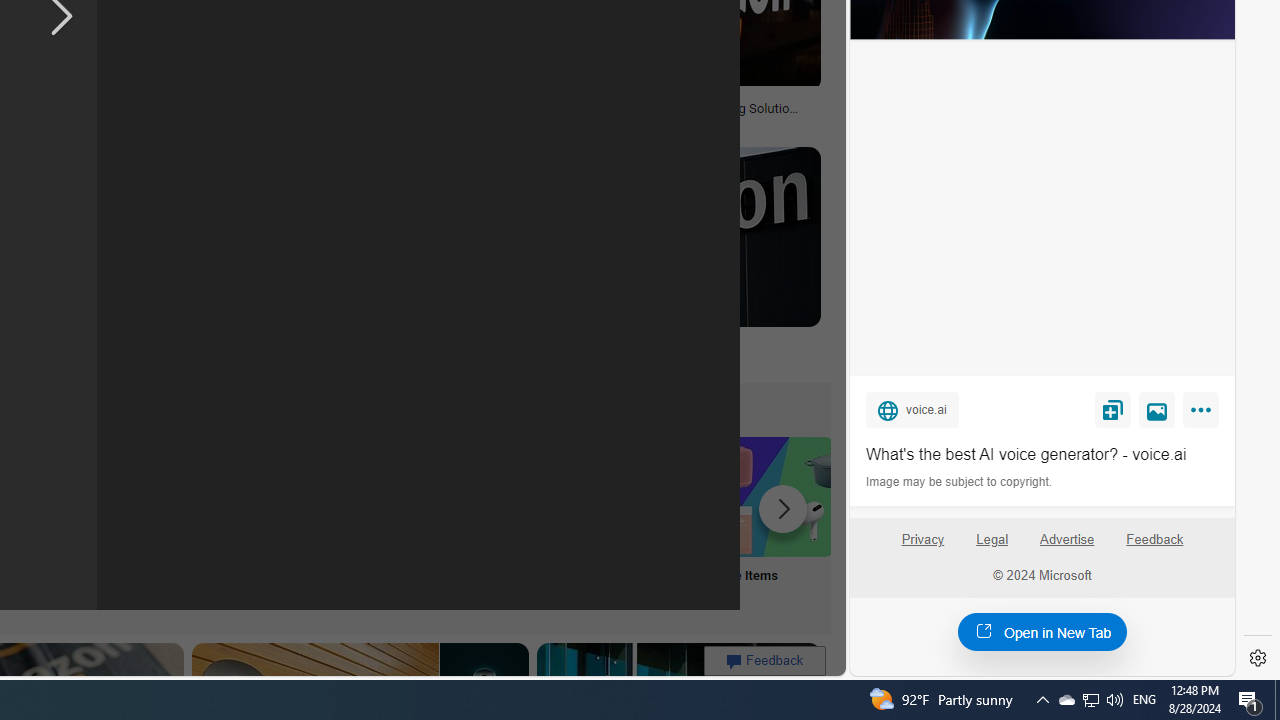 Image resolution: width=1280 pixels, height=720 pixels. I want to click on 'Privacy', so click(921, 538).